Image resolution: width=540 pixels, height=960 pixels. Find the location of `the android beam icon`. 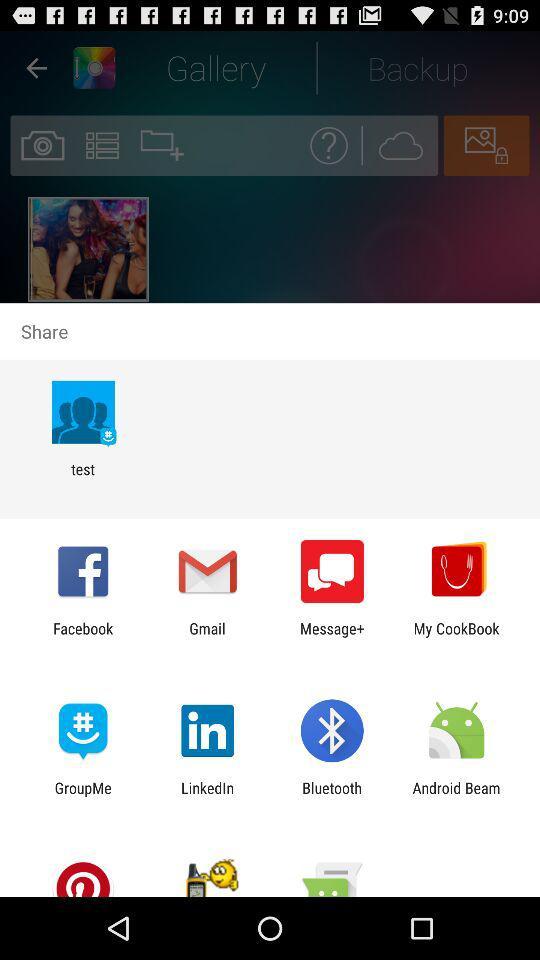

the android beam icon is located at coordinates (456, 796).